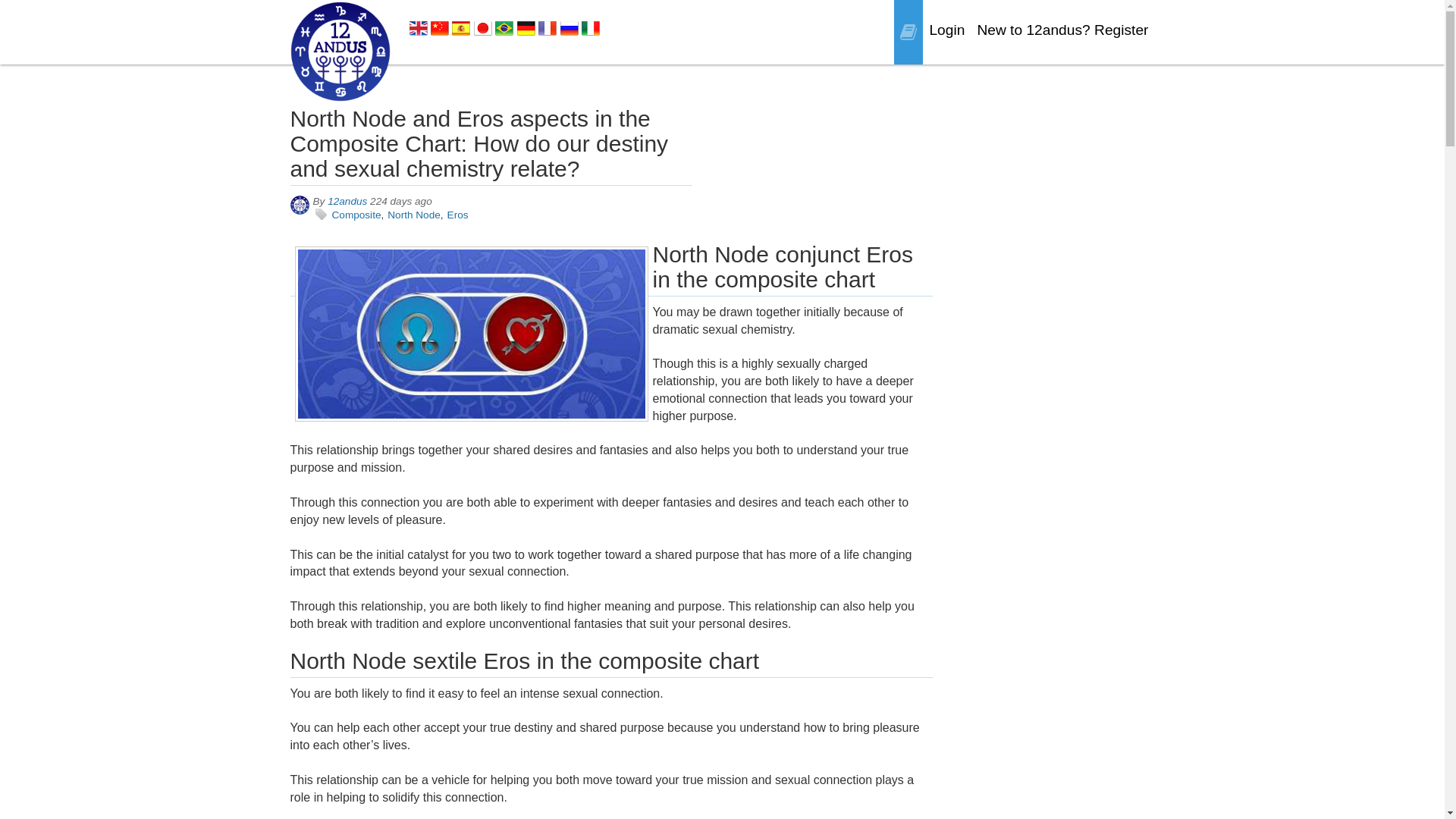 The image size is (1456, 819). What do you see at coordinates (504, 27) in the screenshot?
I see `'Brazilian Portuguese'` at bounding box center [504, 27].